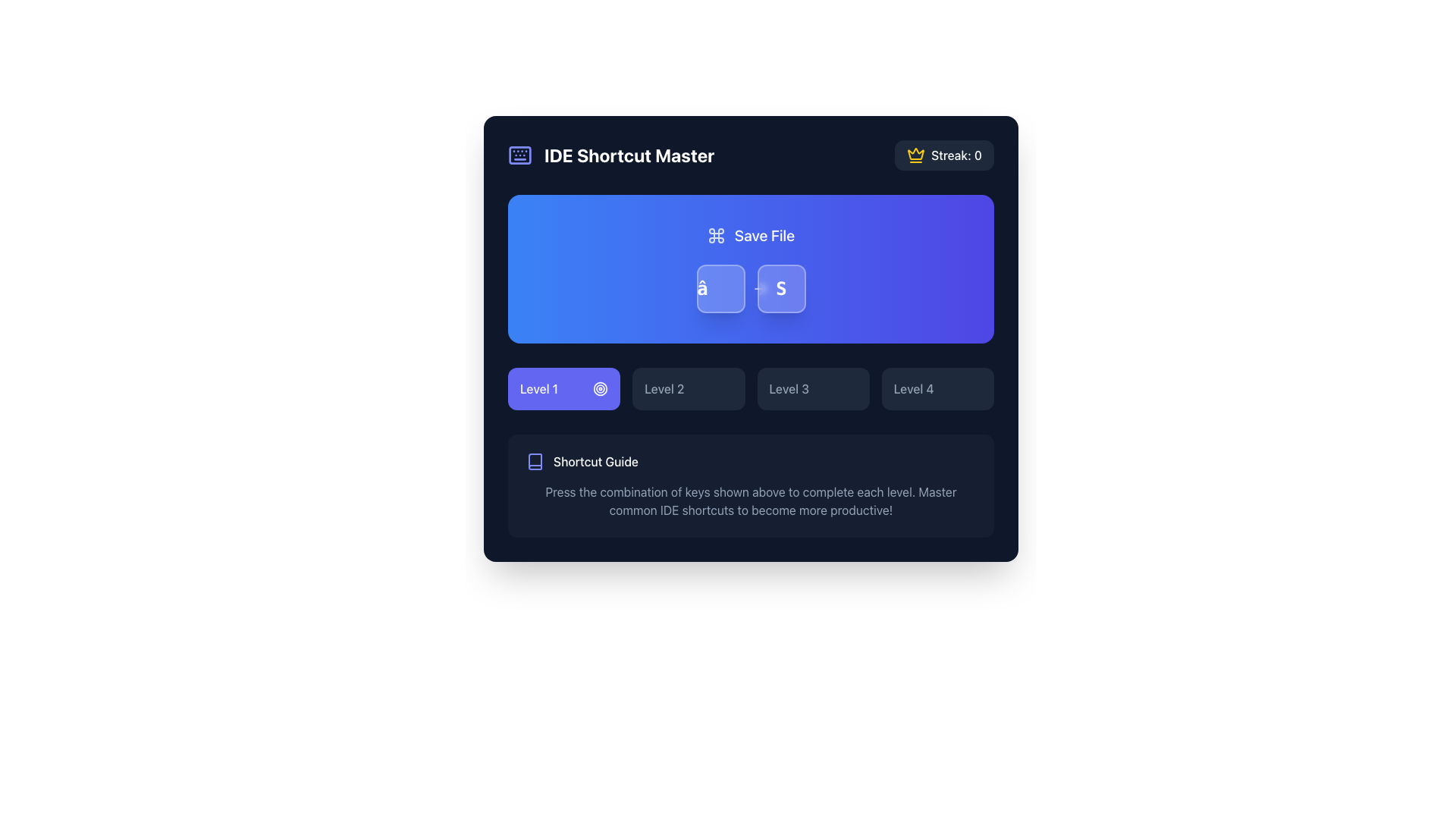  What do you see at coordinates (720, 289) in the screenshot?
I see `the left button of the Key Indicator for the 'Save File' action to get context` at bounding box center [720, 289].